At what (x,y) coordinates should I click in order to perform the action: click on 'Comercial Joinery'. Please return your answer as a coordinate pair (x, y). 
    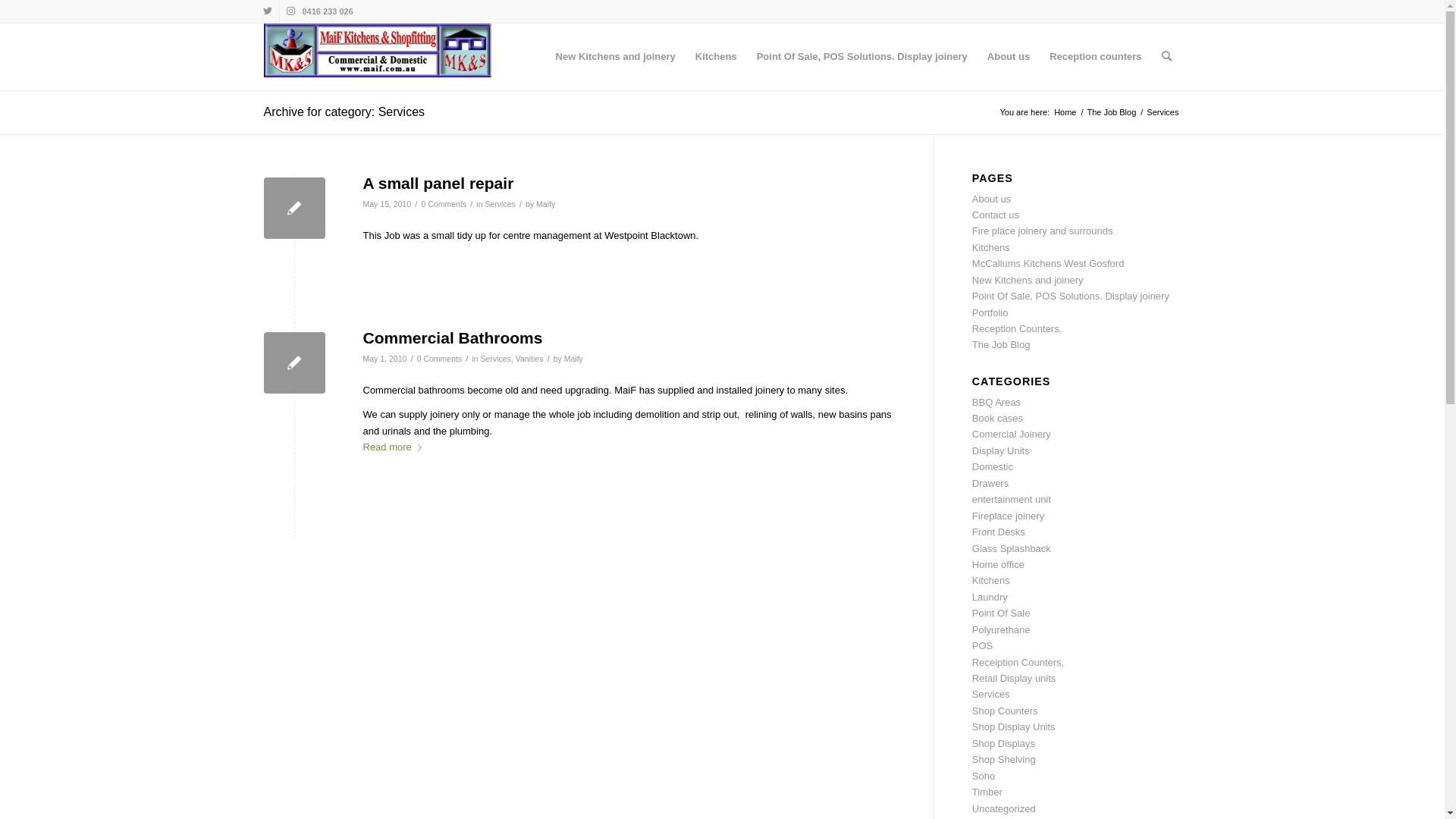
    Looking at the image, I should click on (1012, 434).